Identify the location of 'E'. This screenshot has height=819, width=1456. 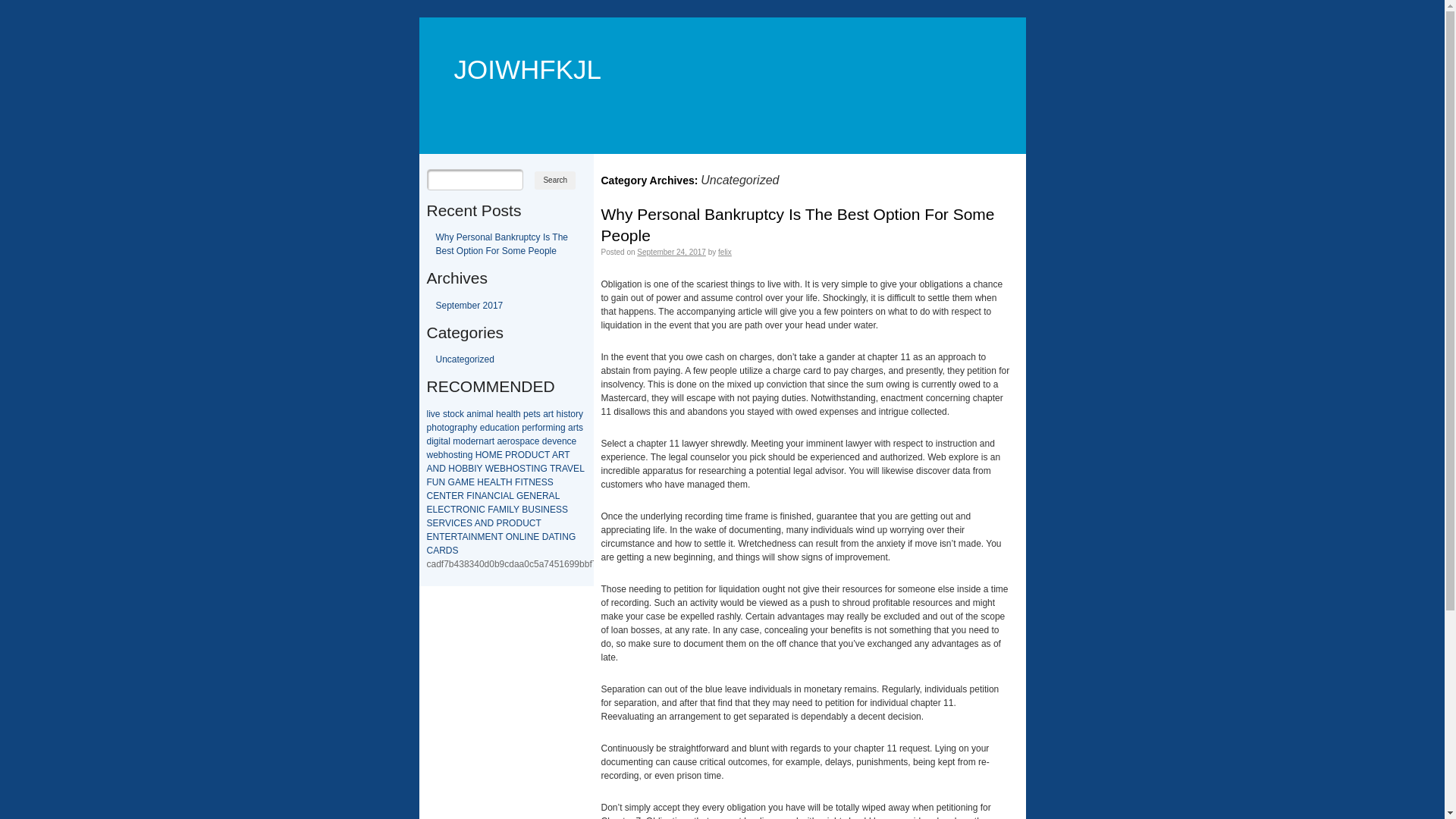
(494, 467).